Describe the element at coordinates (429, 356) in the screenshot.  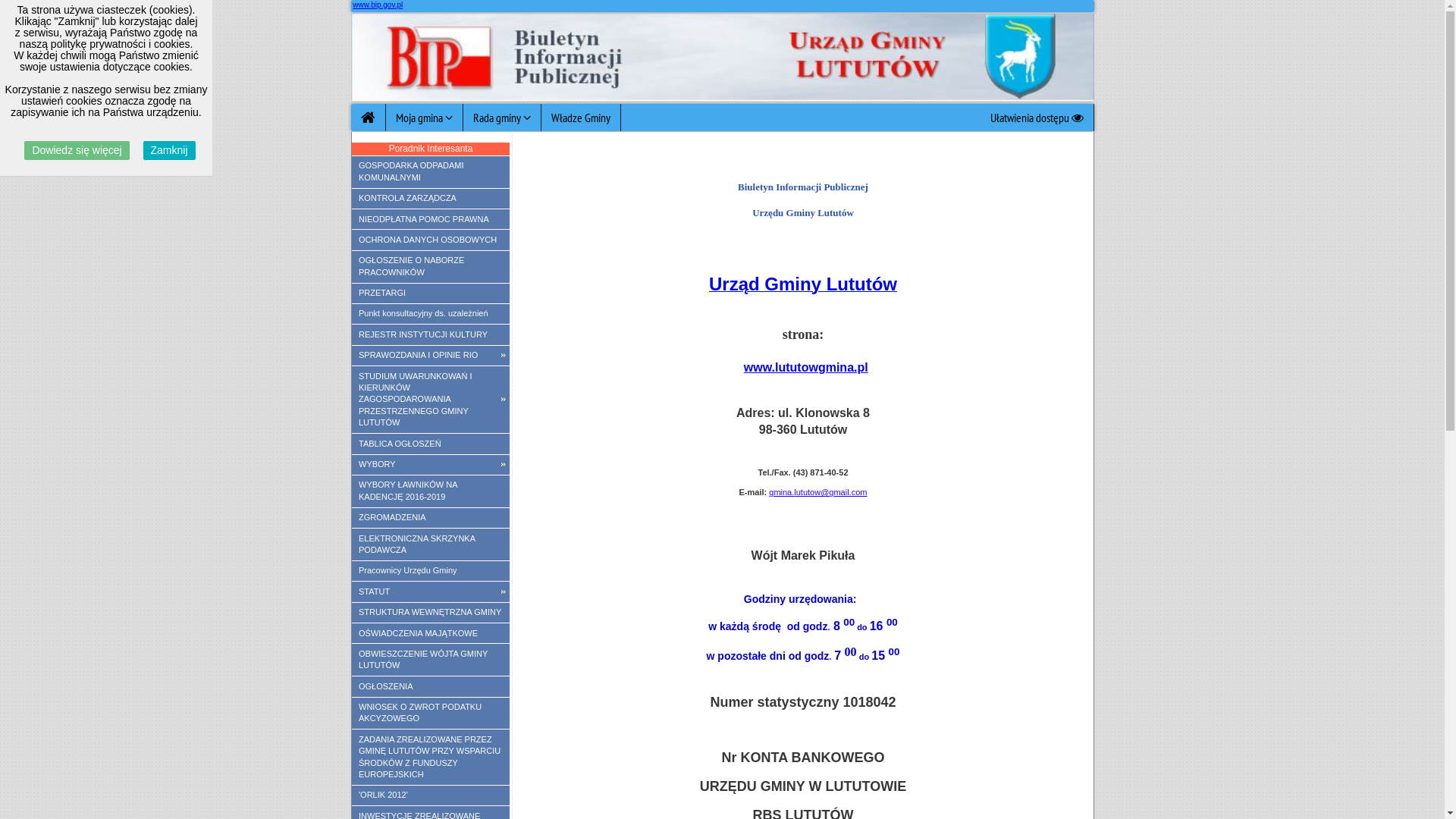
I see `'SPRAWOZDANIA I OPINIE RIO'` at that location.